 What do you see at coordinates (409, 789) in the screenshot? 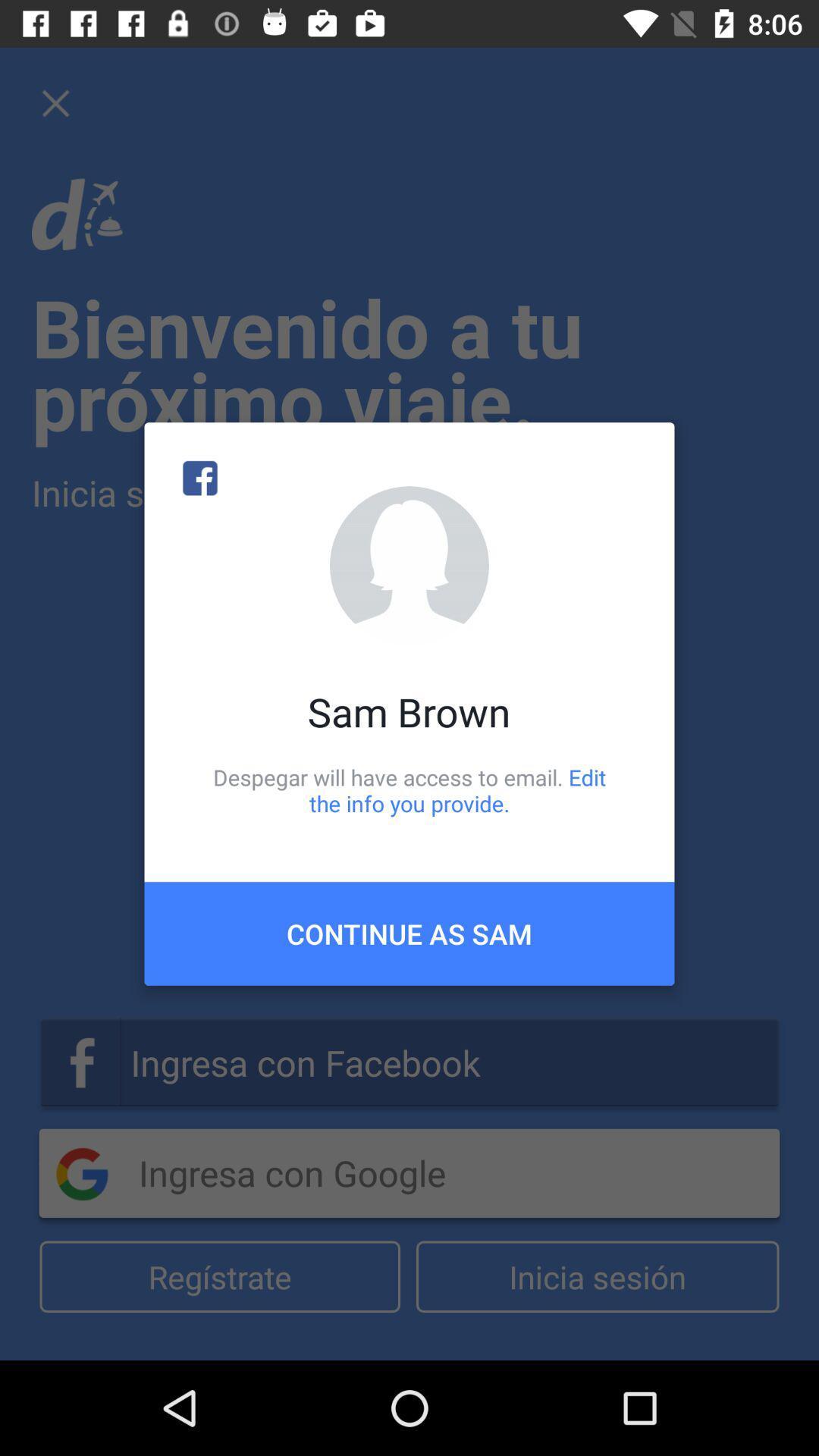
I see `the icon above the continue as sam` at bounding box center [409, 789].